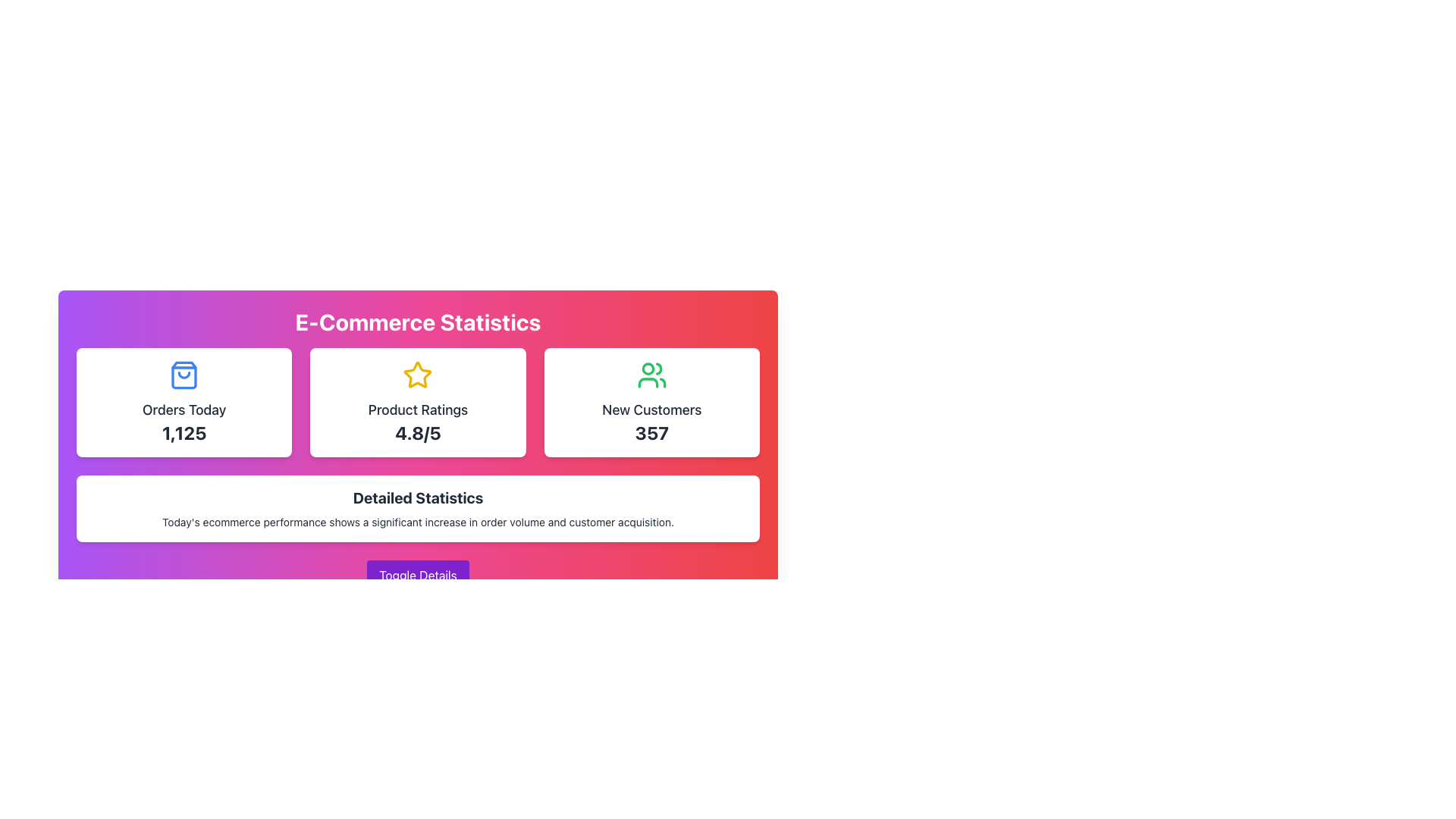  I want to click on the star icon representing product ratings located in the middle block of the layout above the rating value '4.8/5', so click(418, 375).